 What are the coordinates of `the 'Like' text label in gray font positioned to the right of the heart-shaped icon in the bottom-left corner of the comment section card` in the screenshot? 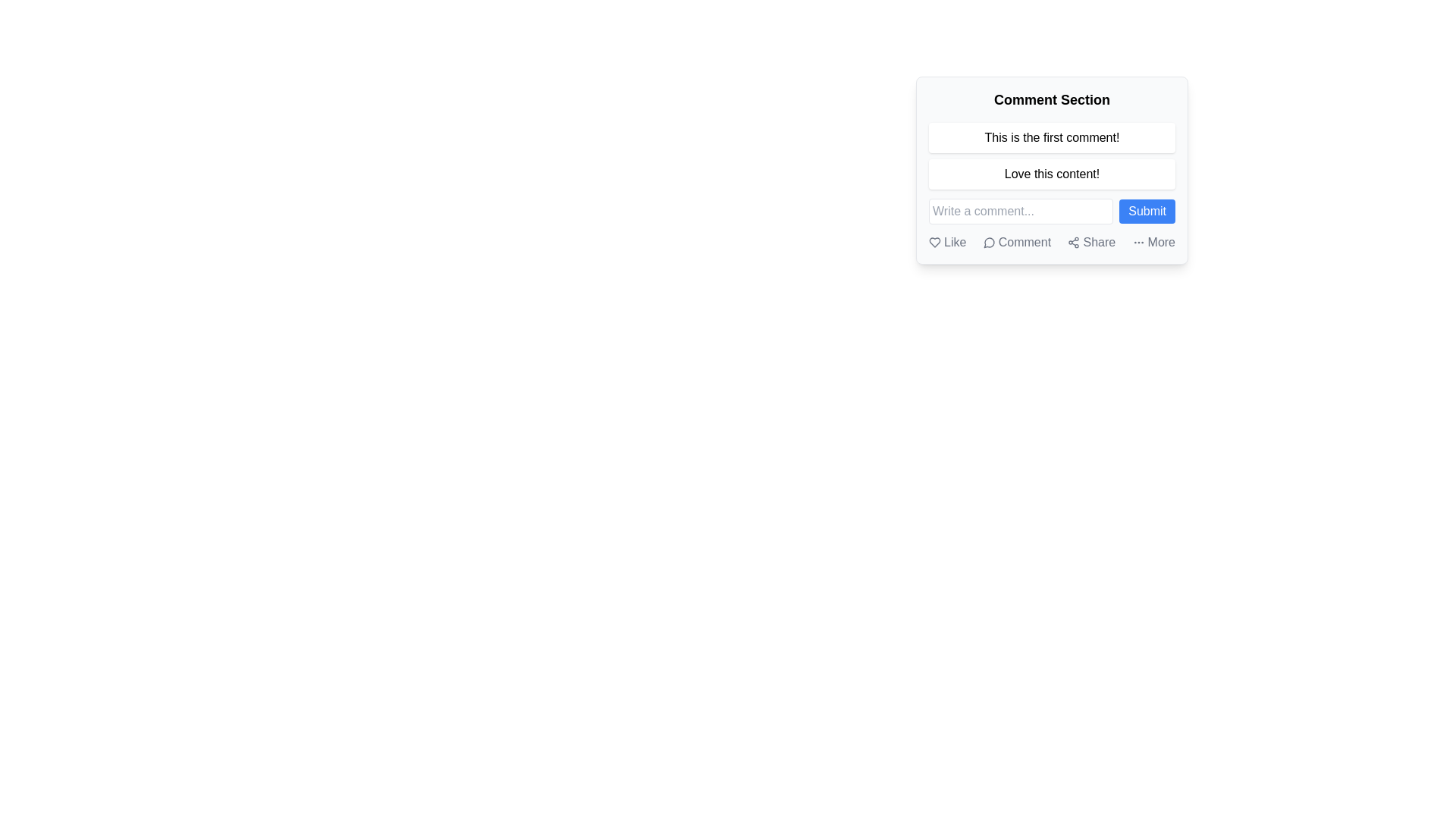 It's located at (954, 242).